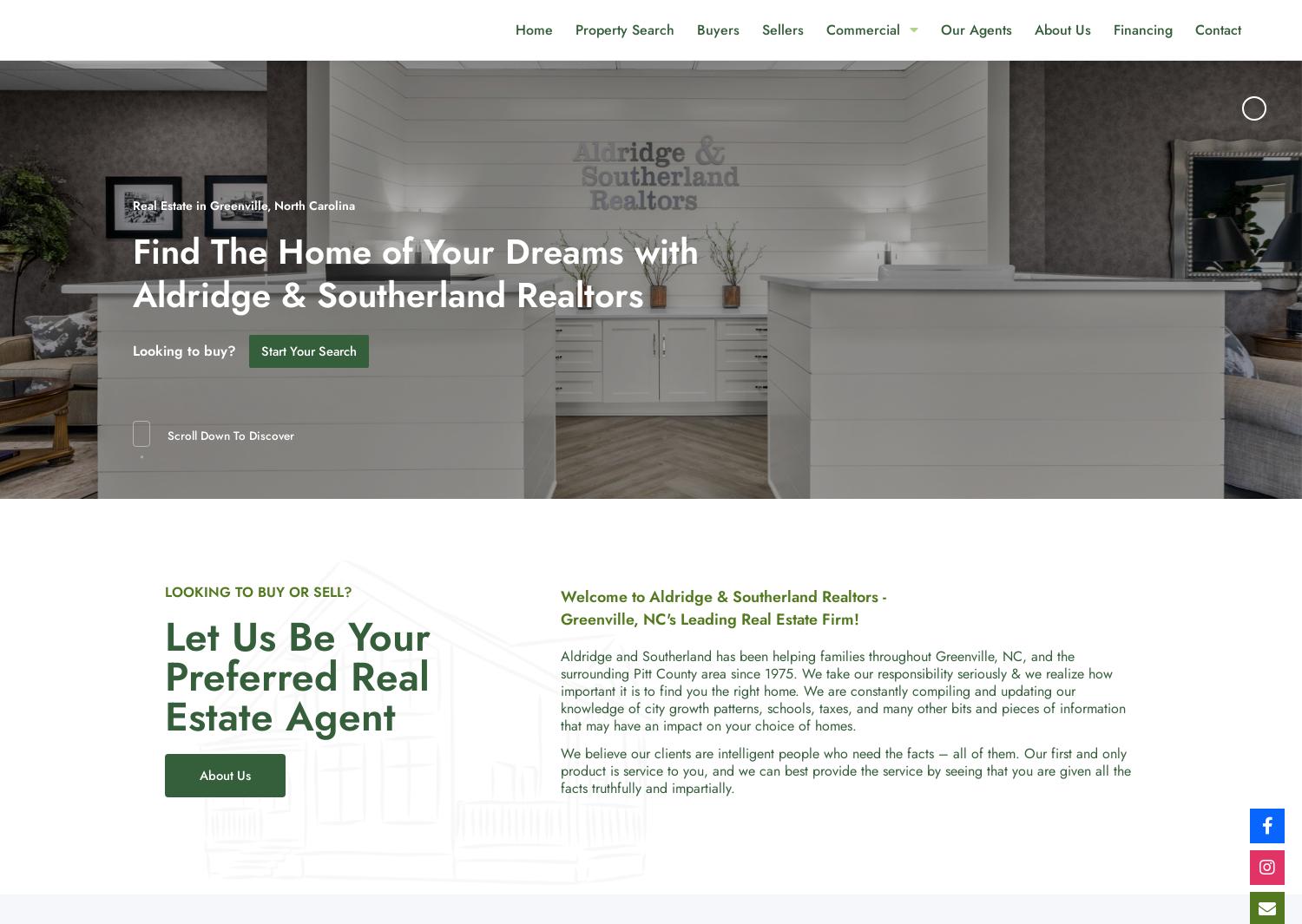 This screenshot has width=1302, height=924. What do you see at coordinates (561, 596) in the screenshot?
I see `'Welcome to Aldridge & Southerland Realtors -'` at bounding box center [561, 596].